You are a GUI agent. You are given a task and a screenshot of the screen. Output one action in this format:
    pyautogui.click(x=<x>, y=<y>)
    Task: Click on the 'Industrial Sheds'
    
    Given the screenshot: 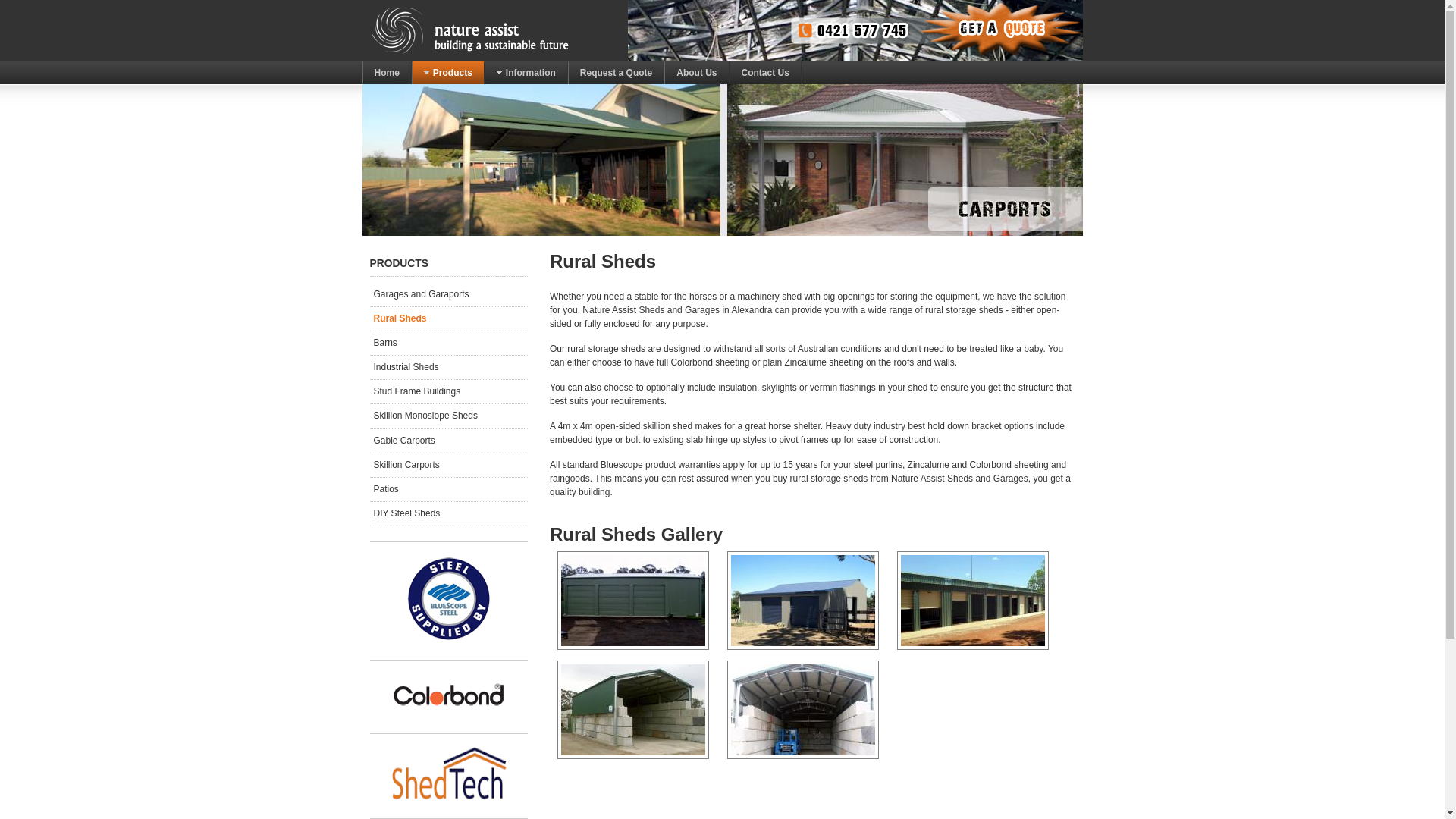 What is the action you would take?
    pyautogui.click(x=370, y=367)
    